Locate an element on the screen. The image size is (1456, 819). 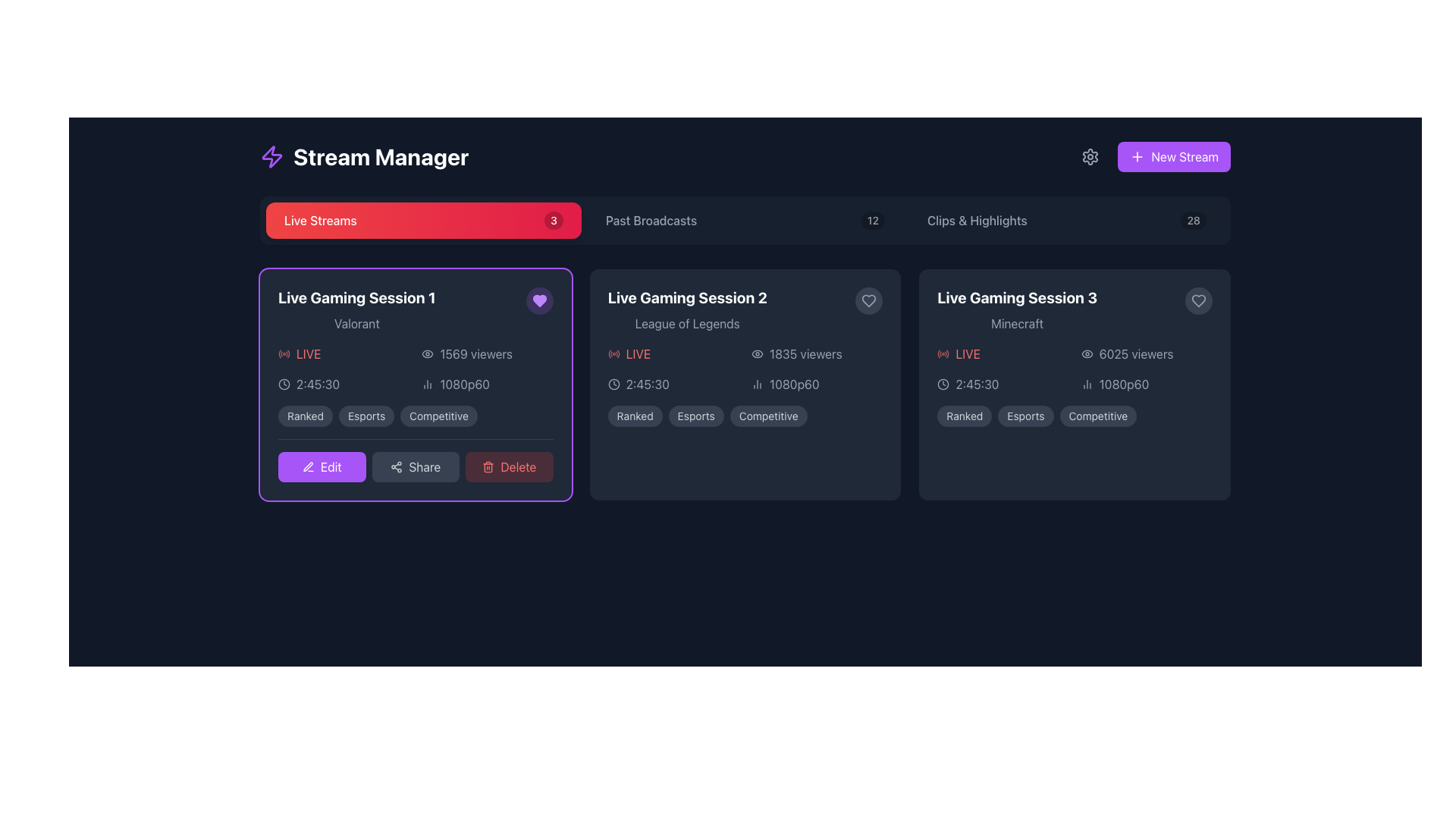
displayed time '2:45:30' from the text display styled in gray font against a dark background, located within the 'Live Gaming Session 1' card is located at coordinates (317, 383).